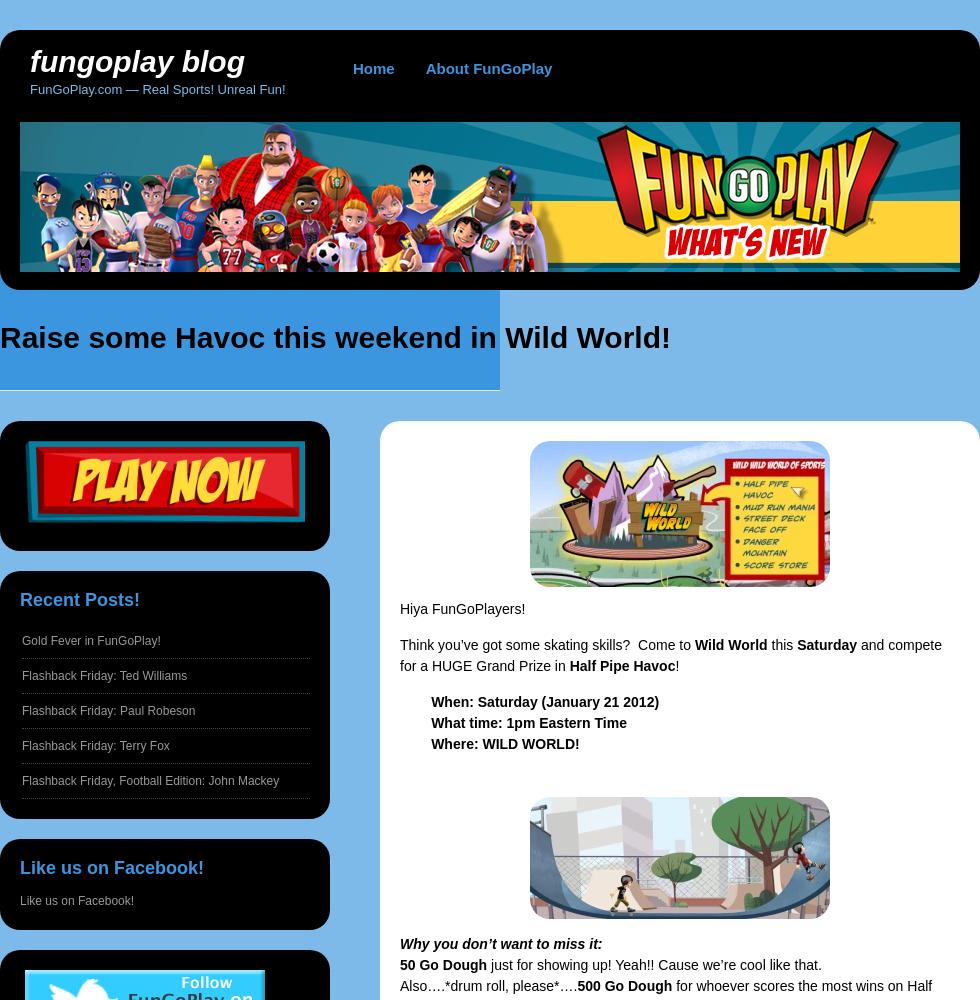 This screenshot has width=980, height=1000. Describe the element at coordinates (431, 743) in the screenshot. I see `'Where: WILD WORLD!'` at that location.